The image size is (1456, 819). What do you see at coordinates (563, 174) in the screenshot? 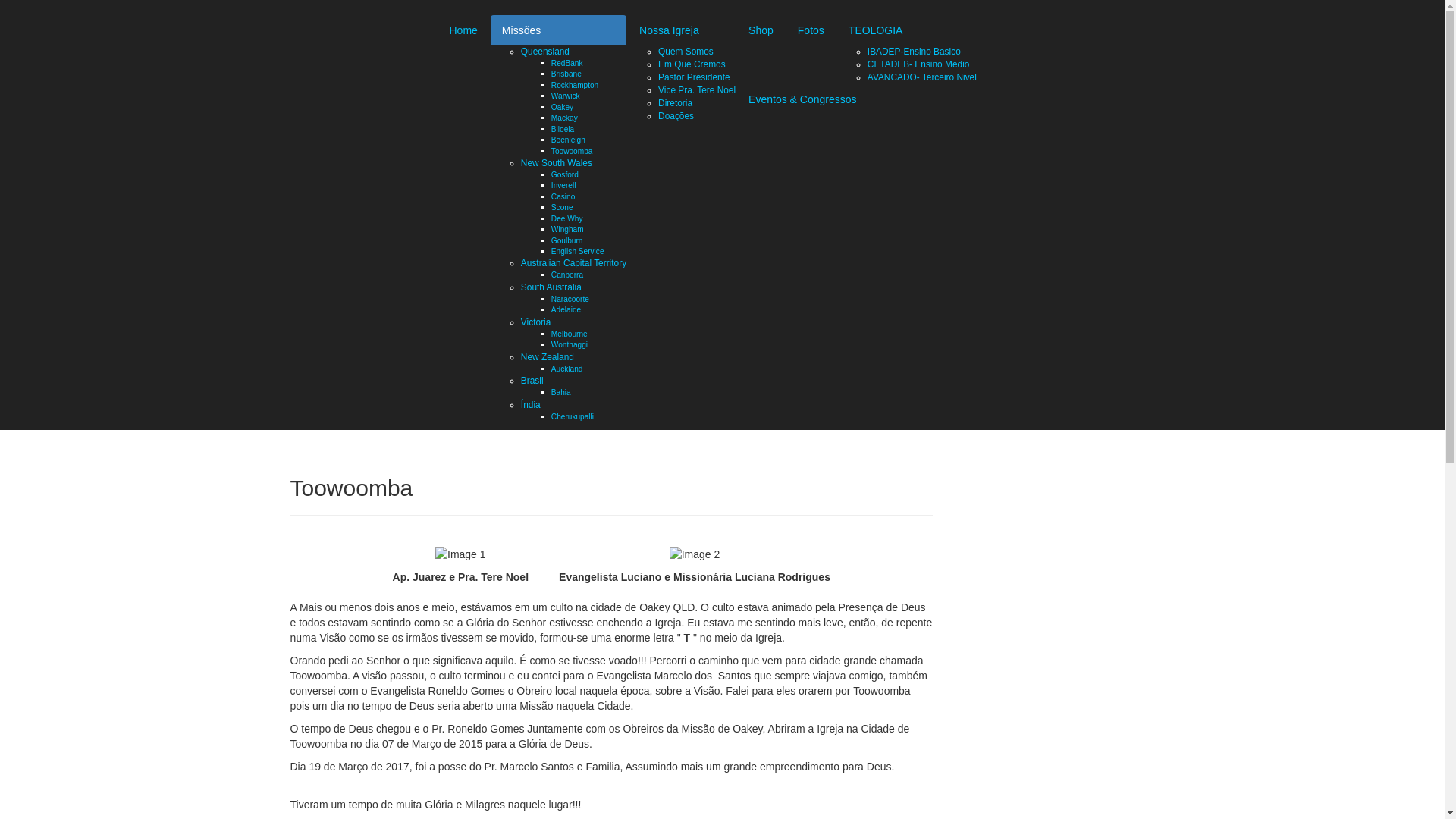
I see `'Gosford'` at bounding box center [563, 174].